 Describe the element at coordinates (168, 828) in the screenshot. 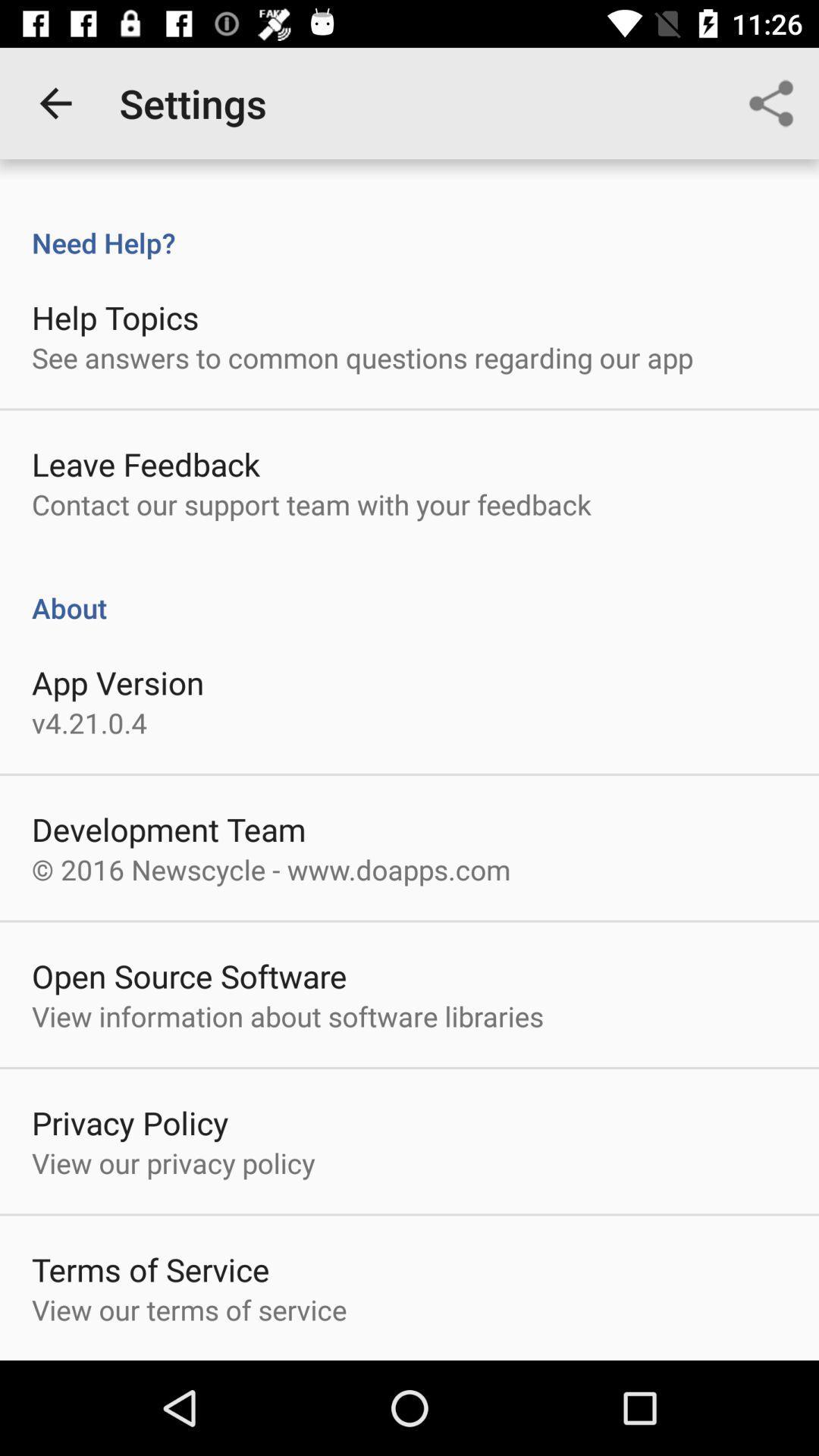

I see `the icon above 2016 newscycle www` at that location.